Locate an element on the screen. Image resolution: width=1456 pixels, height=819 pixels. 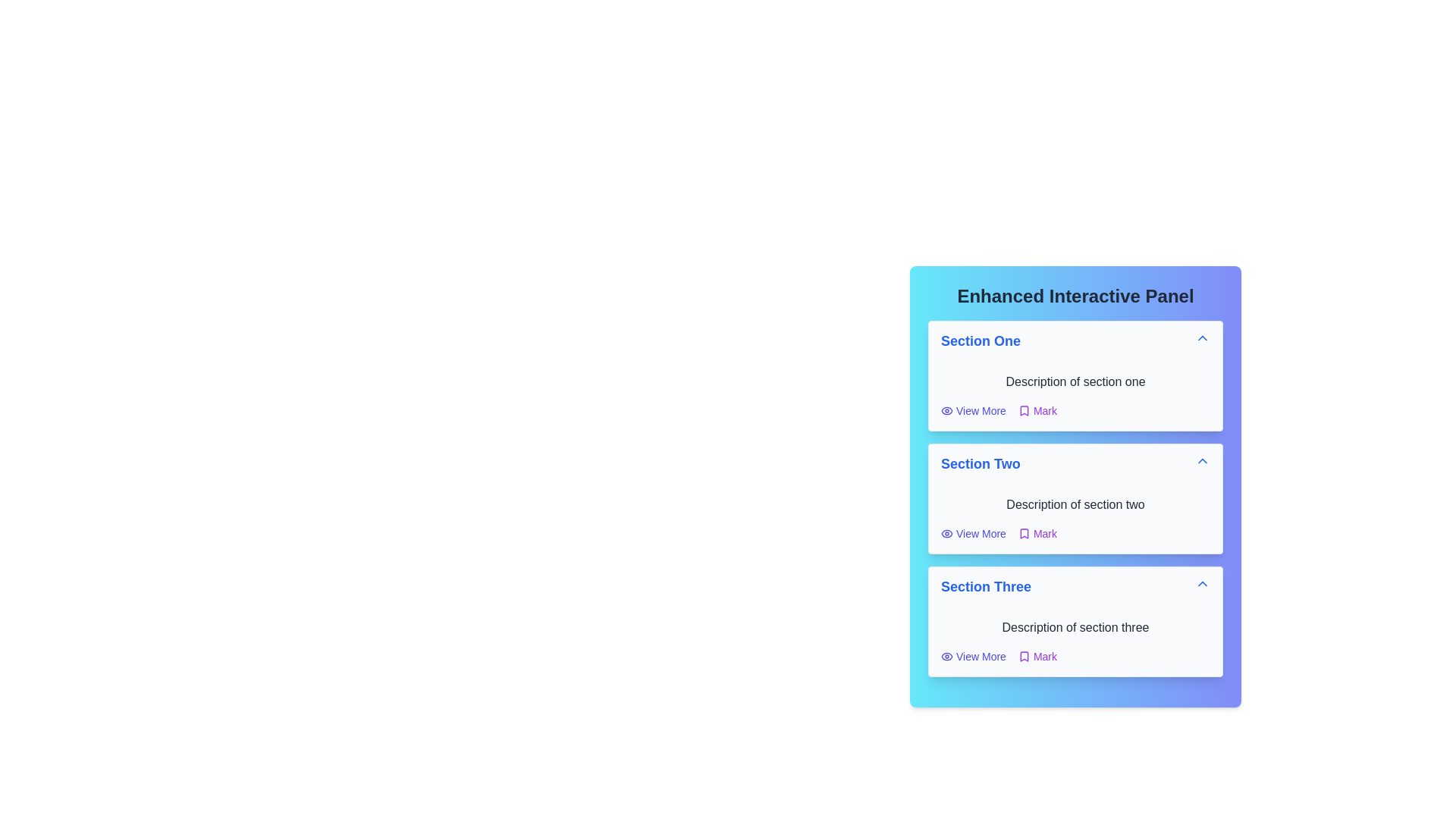
the upward-facing chevron icon located at the far right side of the 'Section Three' header is located at coordinates (1201, 583).